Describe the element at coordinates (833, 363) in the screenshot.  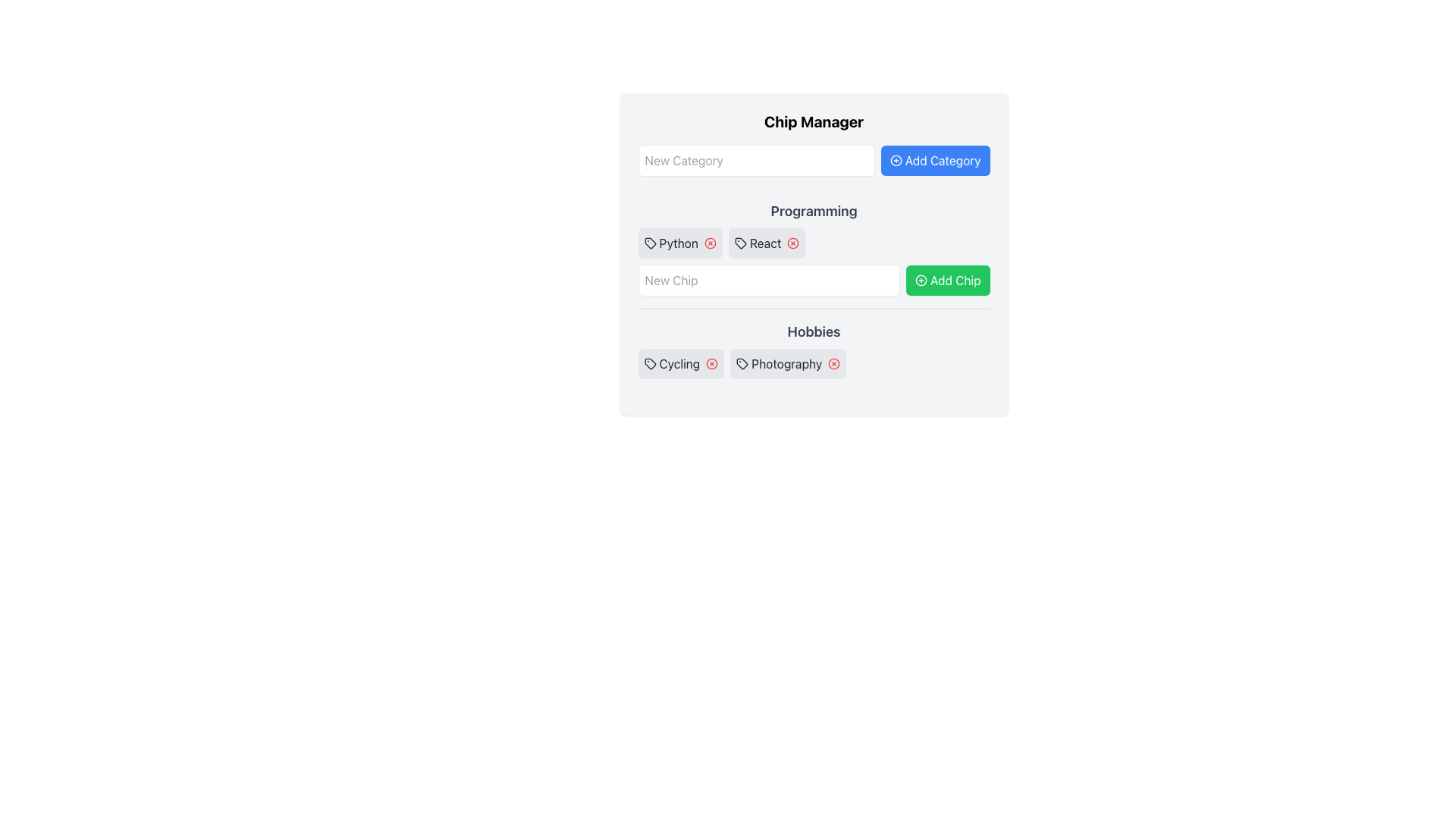
I see `the red 'X' icon button located to the right of the 'Photography' label in the 'Hobbies' section` at that location.